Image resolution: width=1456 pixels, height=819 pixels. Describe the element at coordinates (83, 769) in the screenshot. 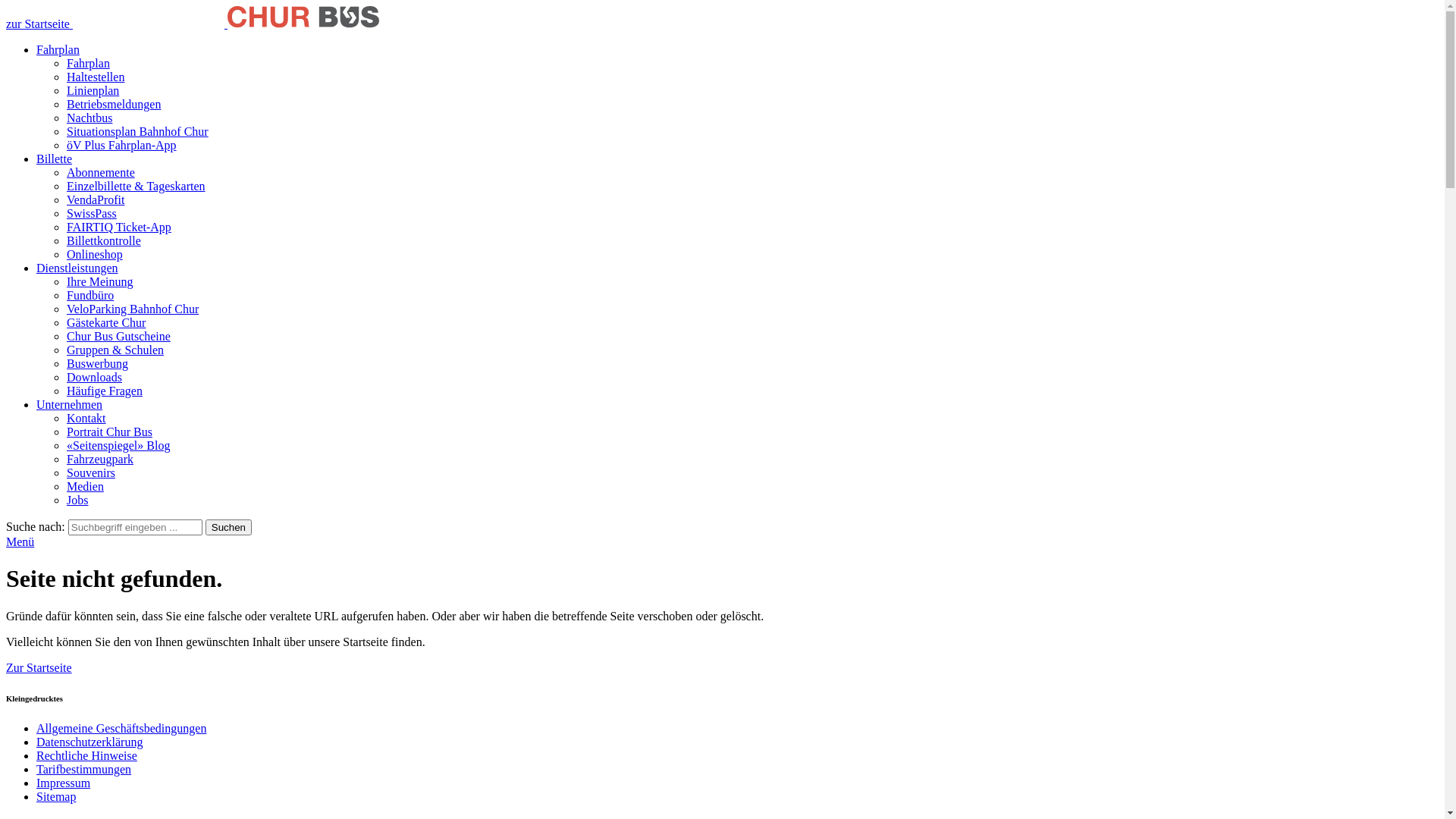

I see `'Tarifbestimmungen'` at that location.